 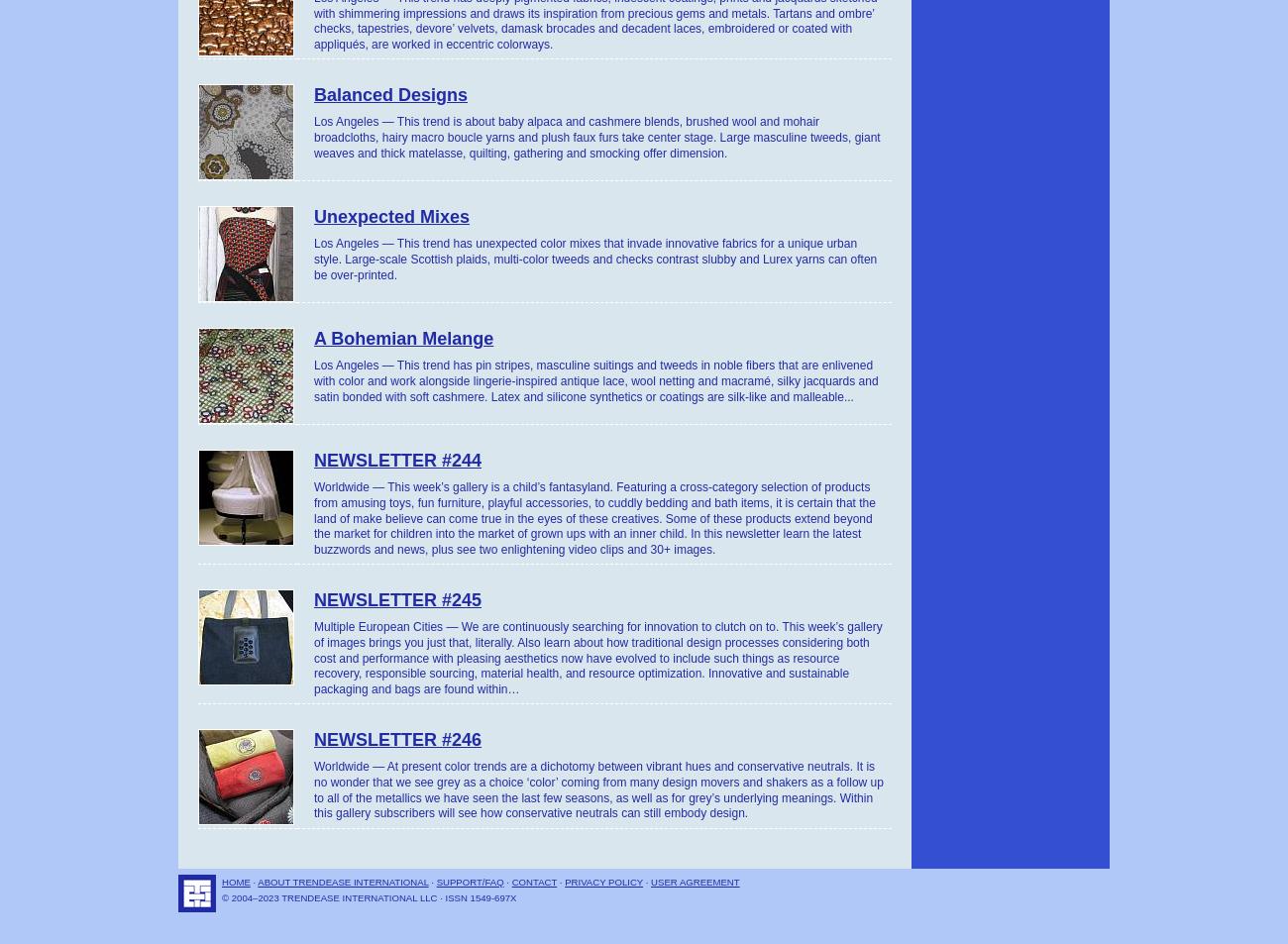 I want to click on 'Balanced Designs', so click(x=390, y=93).